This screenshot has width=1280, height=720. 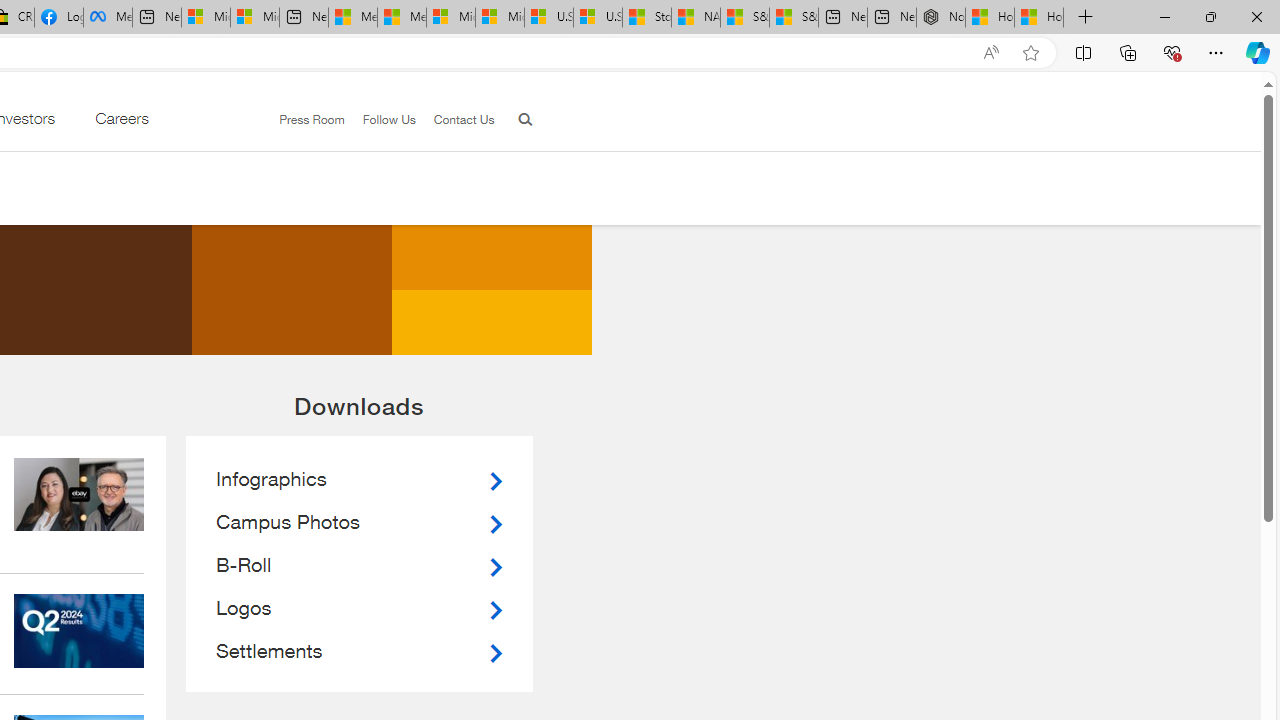 What do you see at coordinates (380, 120) in the screenshot?
I see `'Follow Us'` at bounding box center [380, 120].